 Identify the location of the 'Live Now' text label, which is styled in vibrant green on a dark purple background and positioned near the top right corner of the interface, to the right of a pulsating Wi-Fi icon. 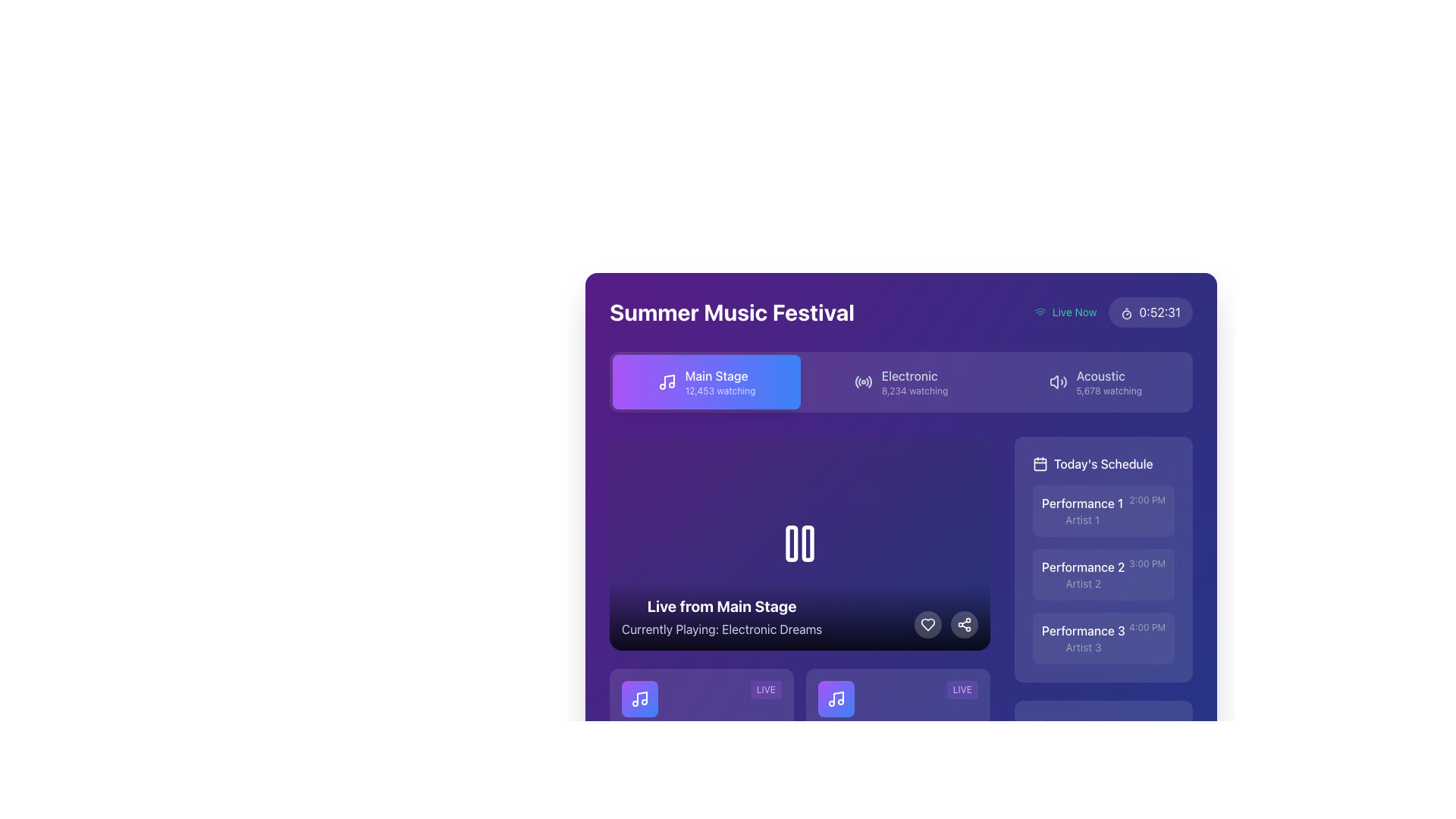
(1073, 312).